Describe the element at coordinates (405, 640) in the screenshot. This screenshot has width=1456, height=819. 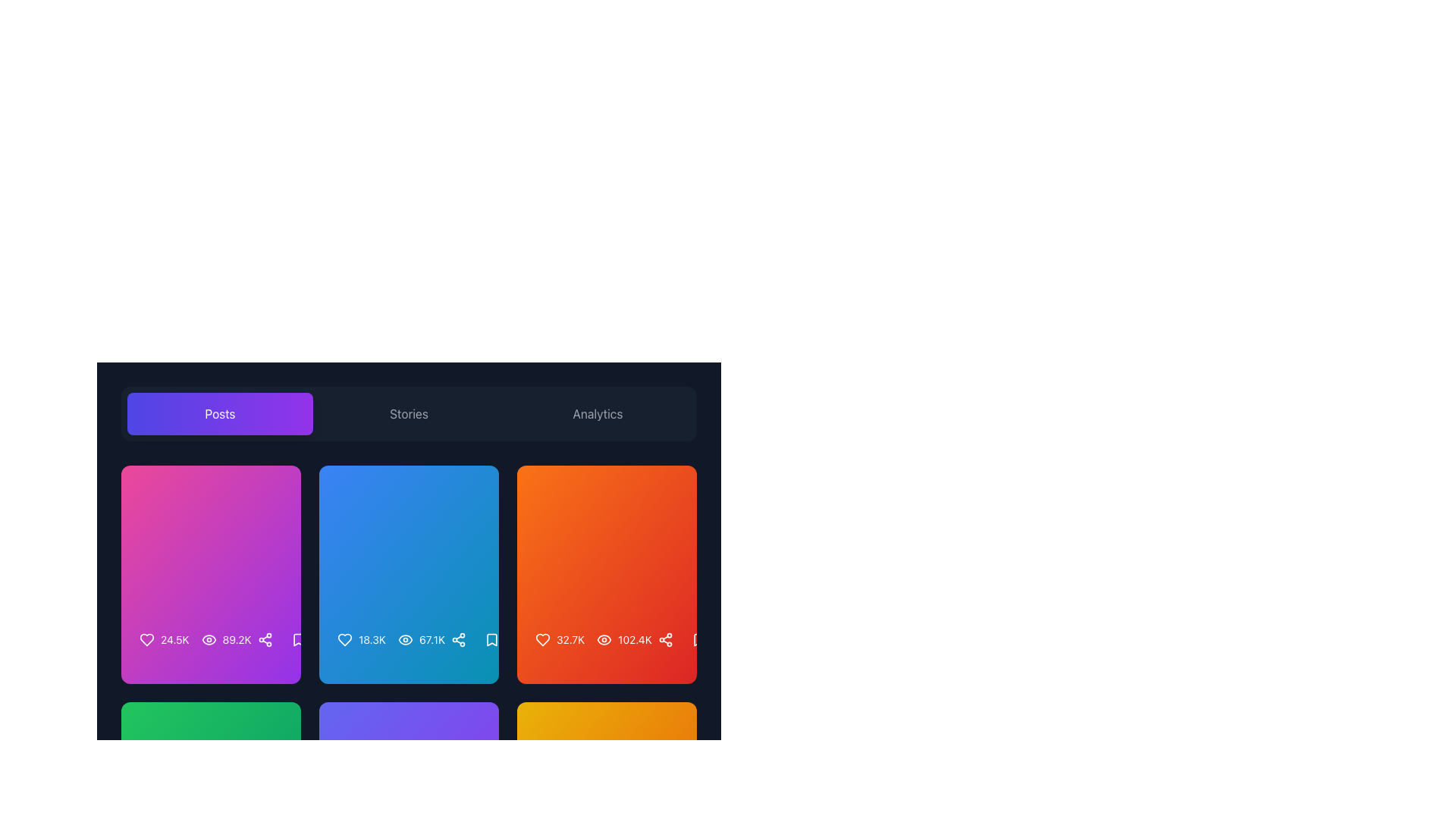
I see `'eye' icon indicating views, located next to the number '67.1K' in the bottom section of the second card from the left in the top row` at that location.